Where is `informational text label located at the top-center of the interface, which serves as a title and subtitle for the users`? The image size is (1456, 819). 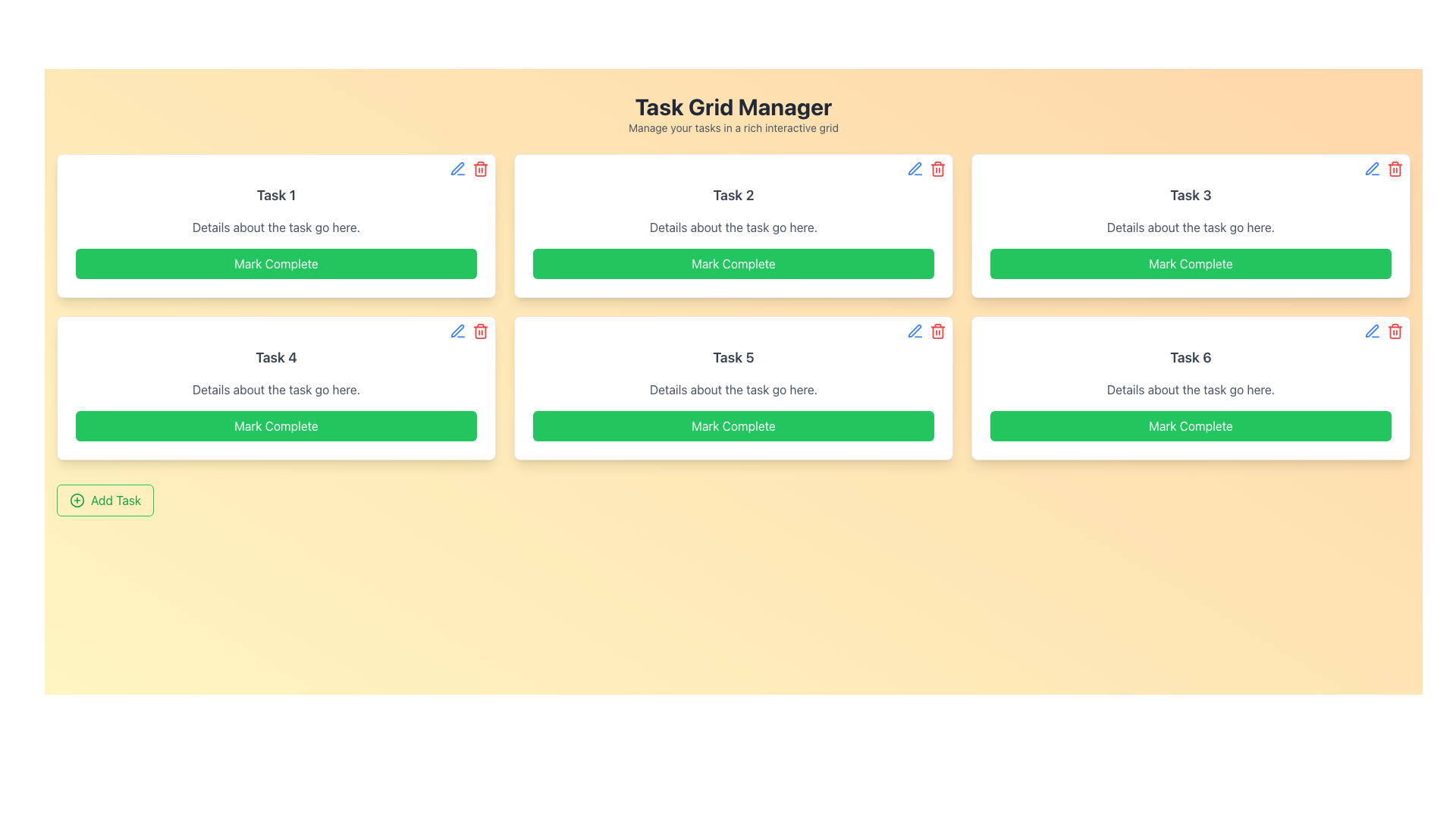 informational text label located at the top-center of the interface, which serves as a title and subtitle for the users is located at coordinates (733, 113).